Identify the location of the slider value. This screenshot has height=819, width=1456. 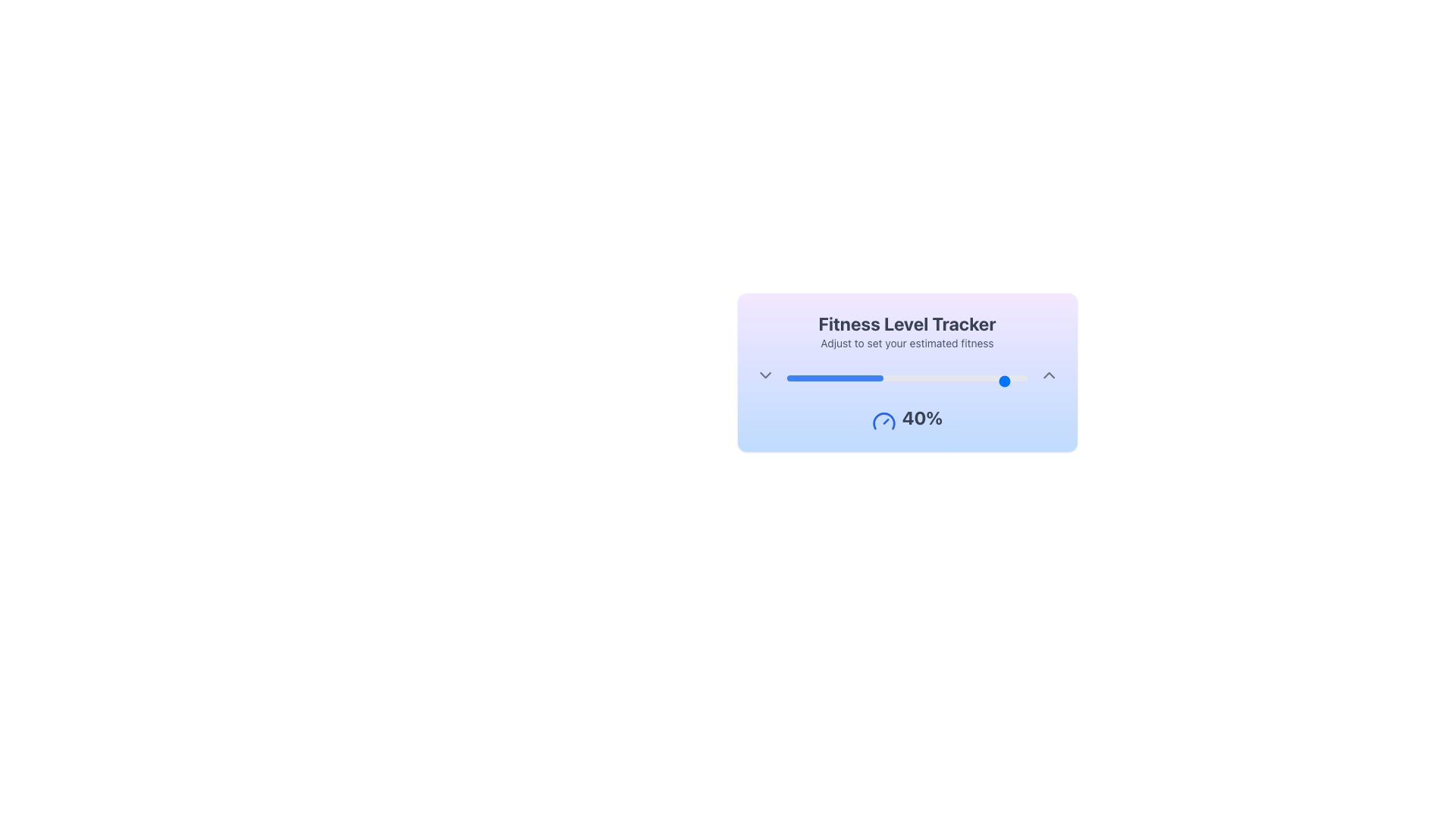
(824, 375).